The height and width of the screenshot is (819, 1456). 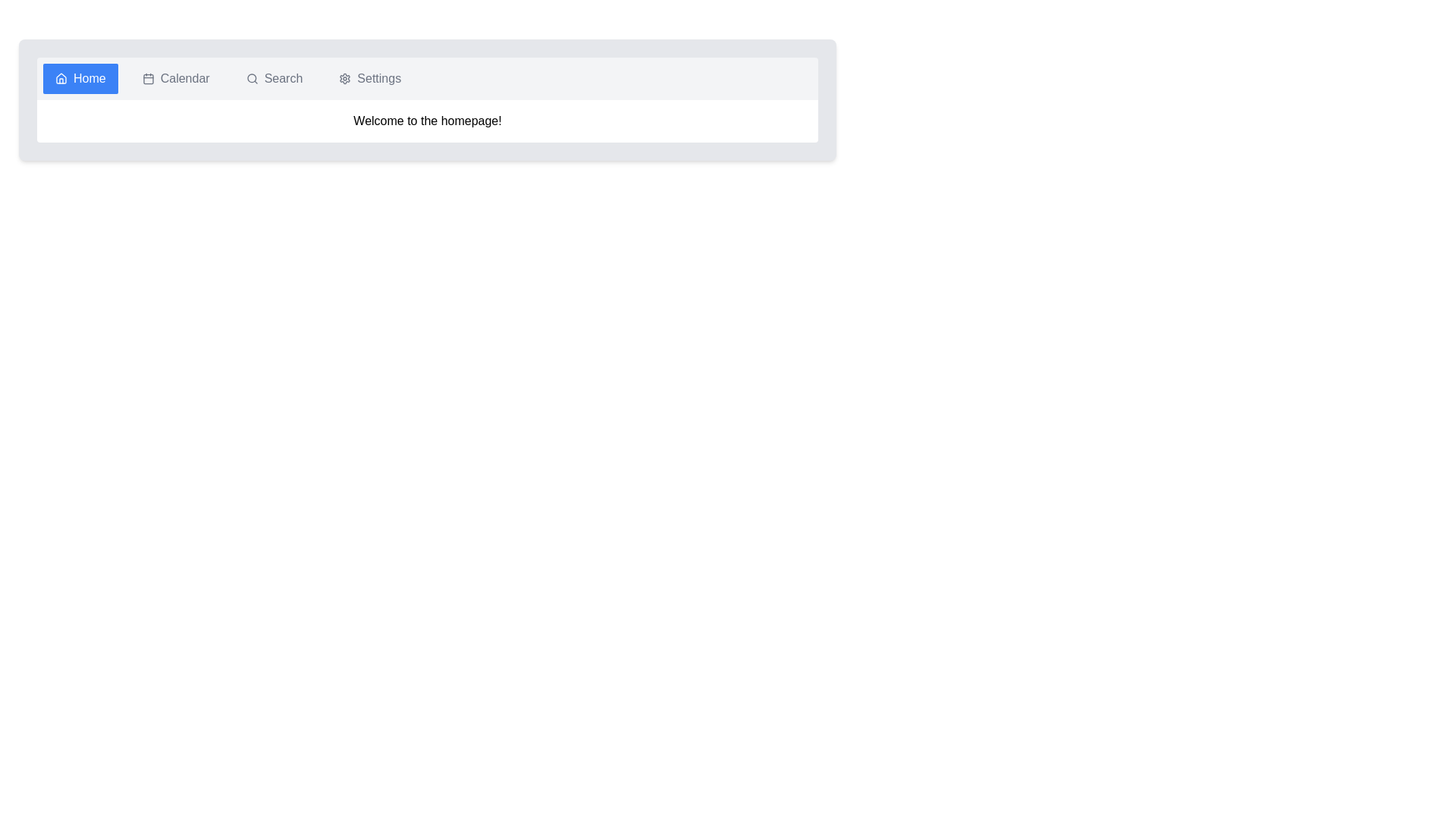 I want to click on the gear-shaped settings icon located in the navigation bar, so click(x=344, y=79).